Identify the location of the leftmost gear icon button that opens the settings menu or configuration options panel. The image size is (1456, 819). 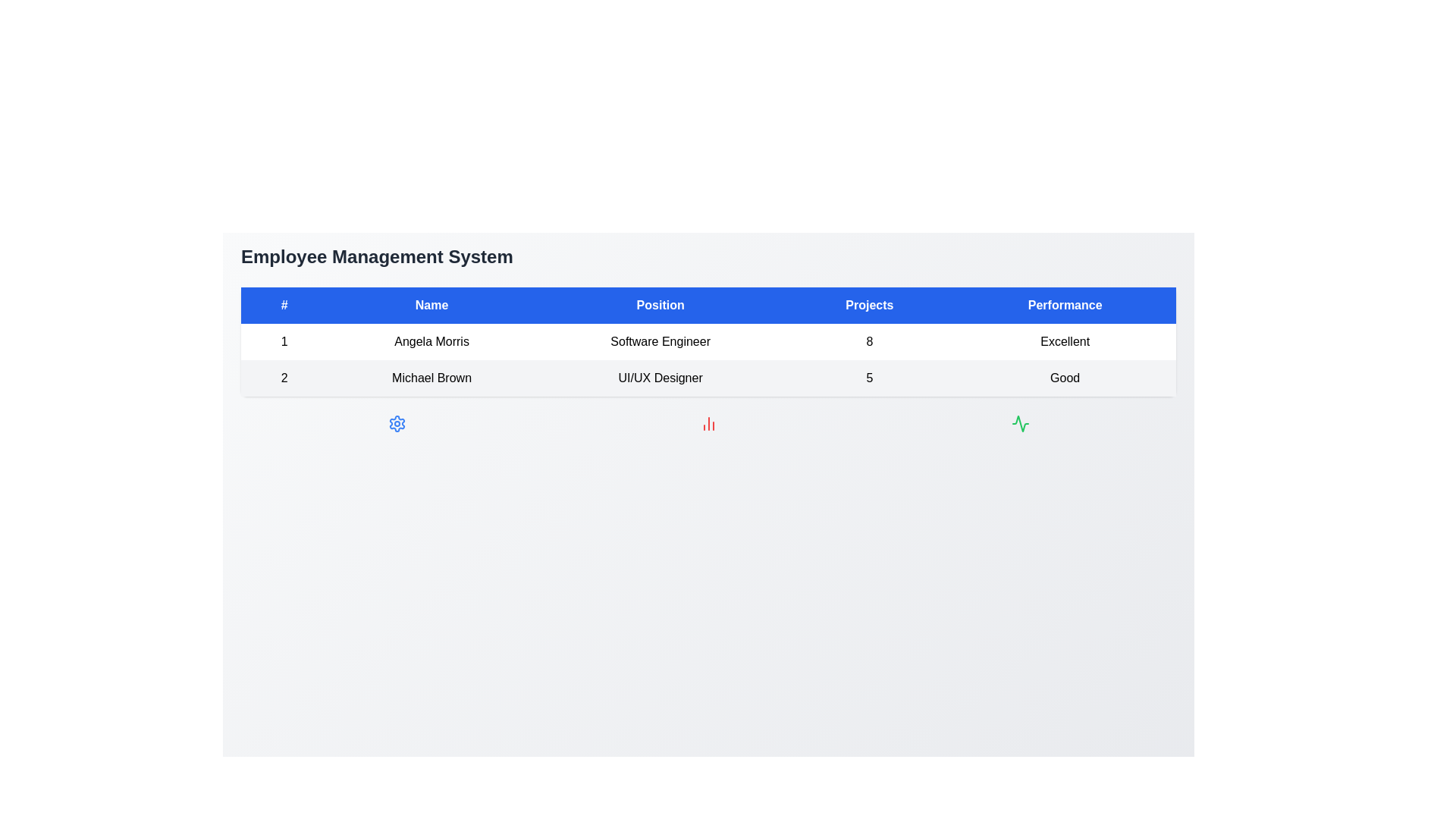
(397, 424).